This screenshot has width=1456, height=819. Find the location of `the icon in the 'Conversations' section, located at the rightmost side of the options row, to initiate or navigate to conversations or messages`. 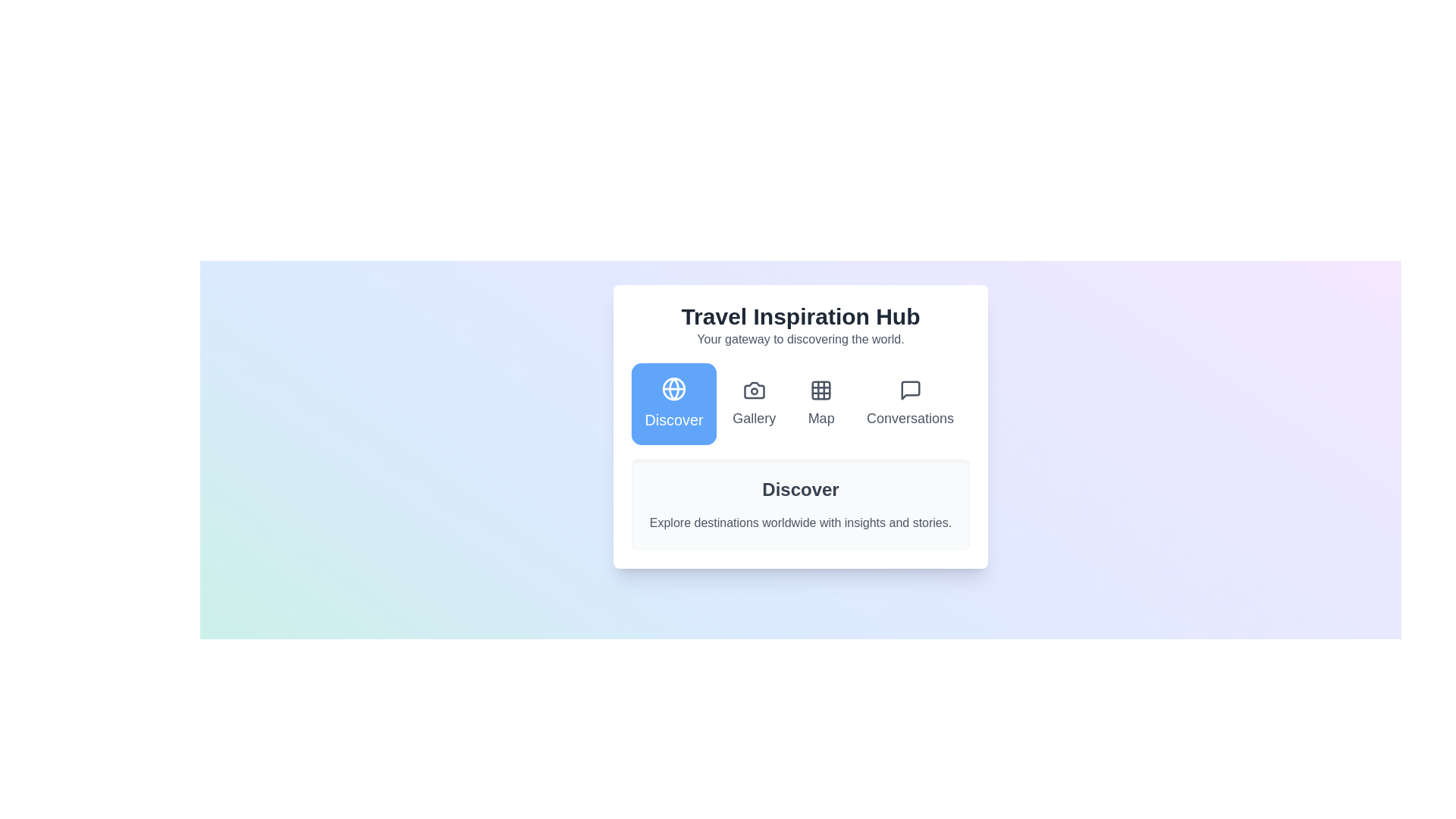

the icon in the 'Conversations' section, located at the rightmost side of the options row, to initiate or navigate to conversations or messages is located at coordinates (910, 390).